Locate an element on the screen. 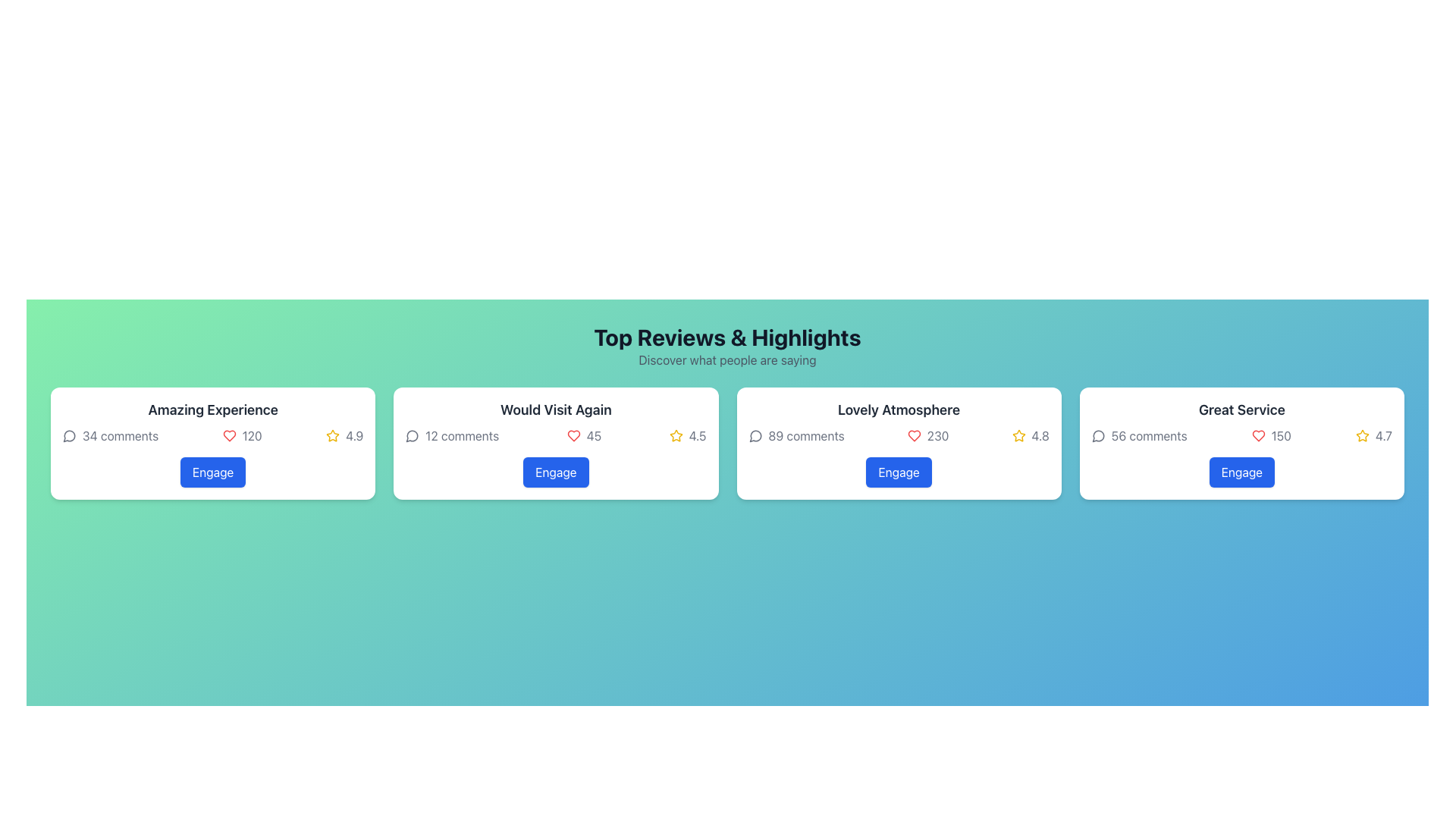 This screenshot has height=819, width=1456. the button located at the bottom of the review card titled 'Lovely Atmosphere' for accessibility navigation is located at coordinates (899, 472).